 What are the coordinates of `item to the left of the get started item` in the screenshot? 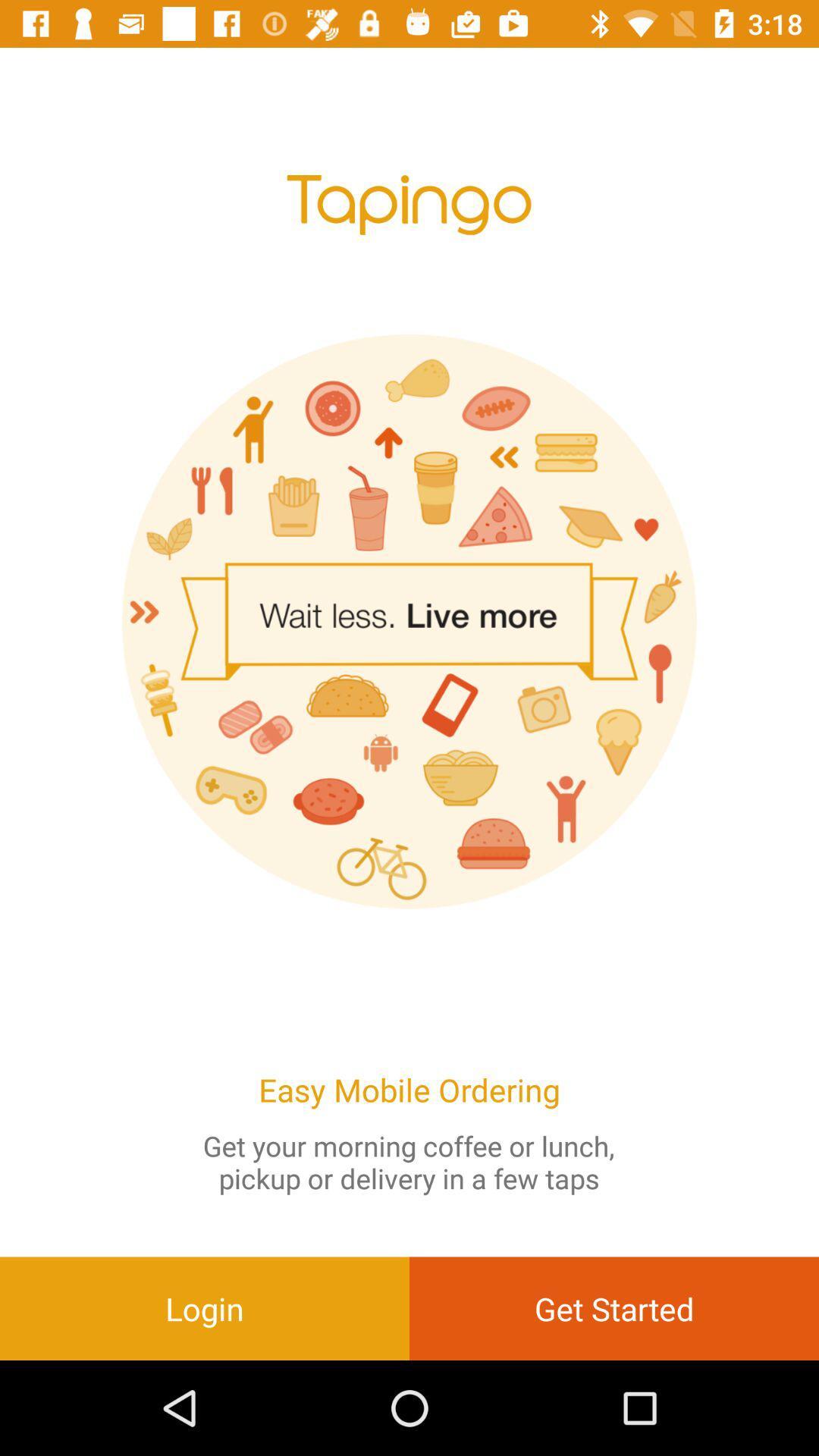 It's located at (205, 1307).